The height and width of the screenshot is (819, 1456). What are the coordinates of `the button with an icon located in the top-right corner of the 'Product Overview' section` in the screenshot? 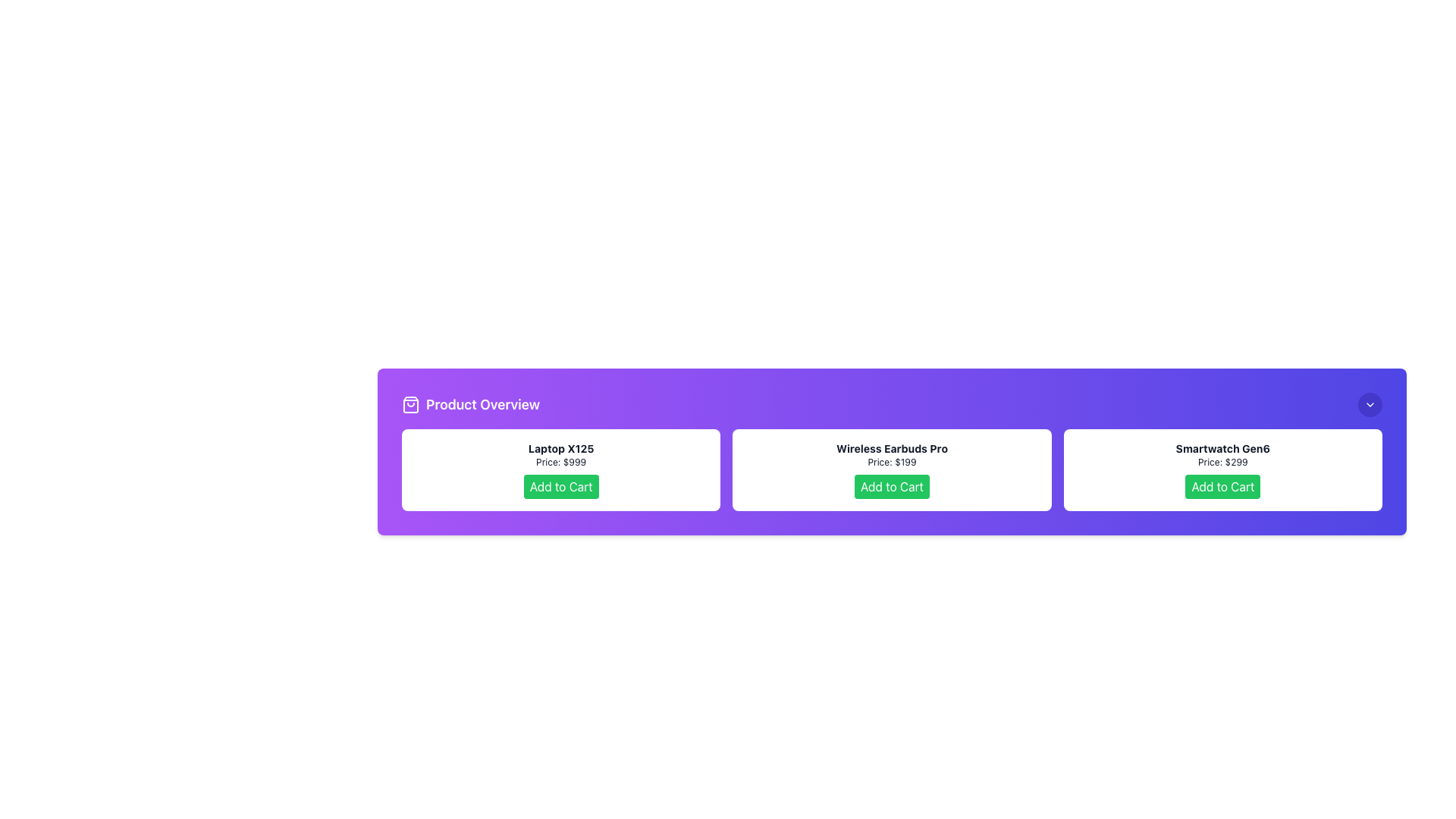 It's located at (1370, 403).